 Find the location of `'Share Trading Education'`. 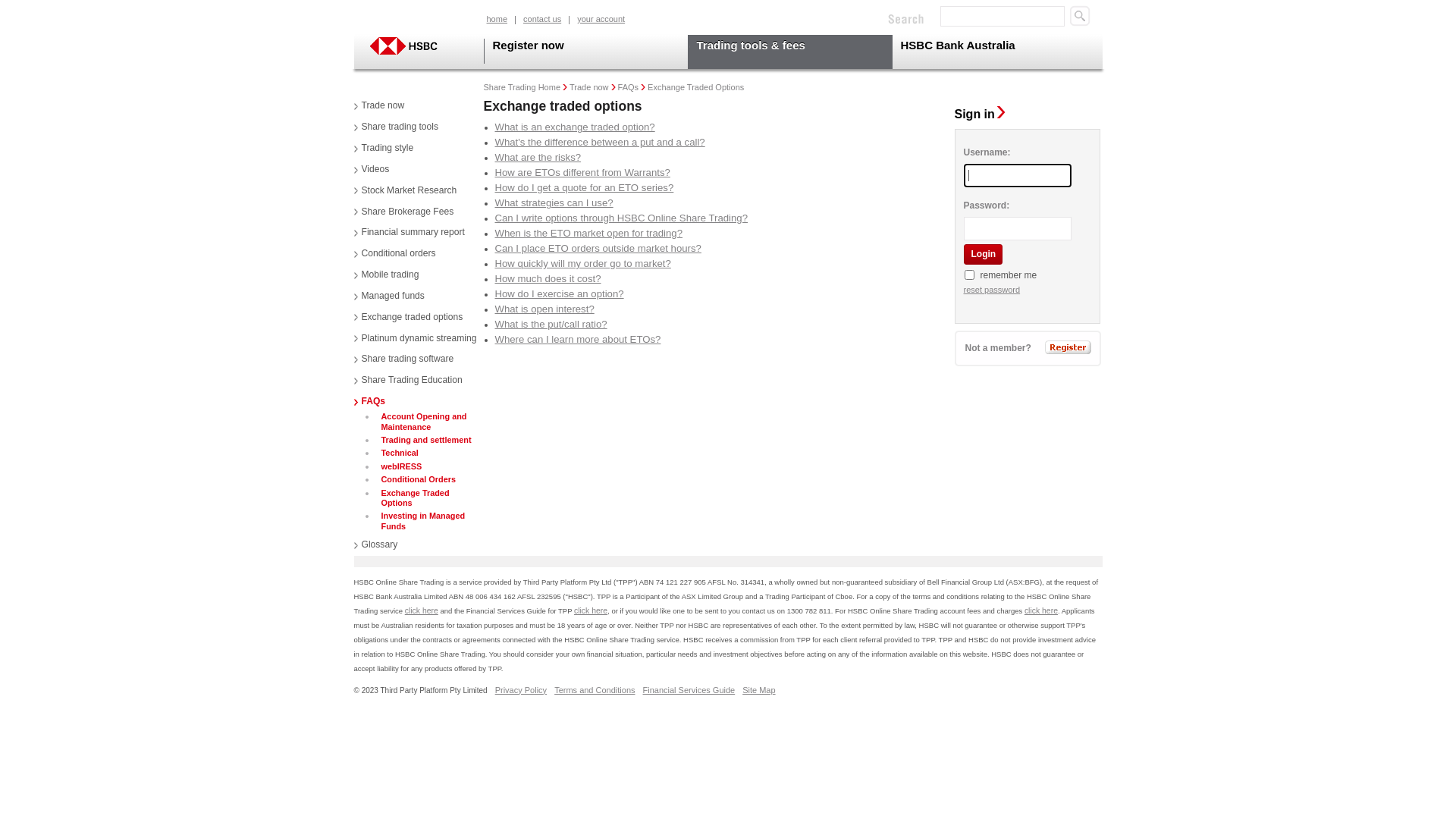

'Share Trading Education' is located at coordinates (407, 379).